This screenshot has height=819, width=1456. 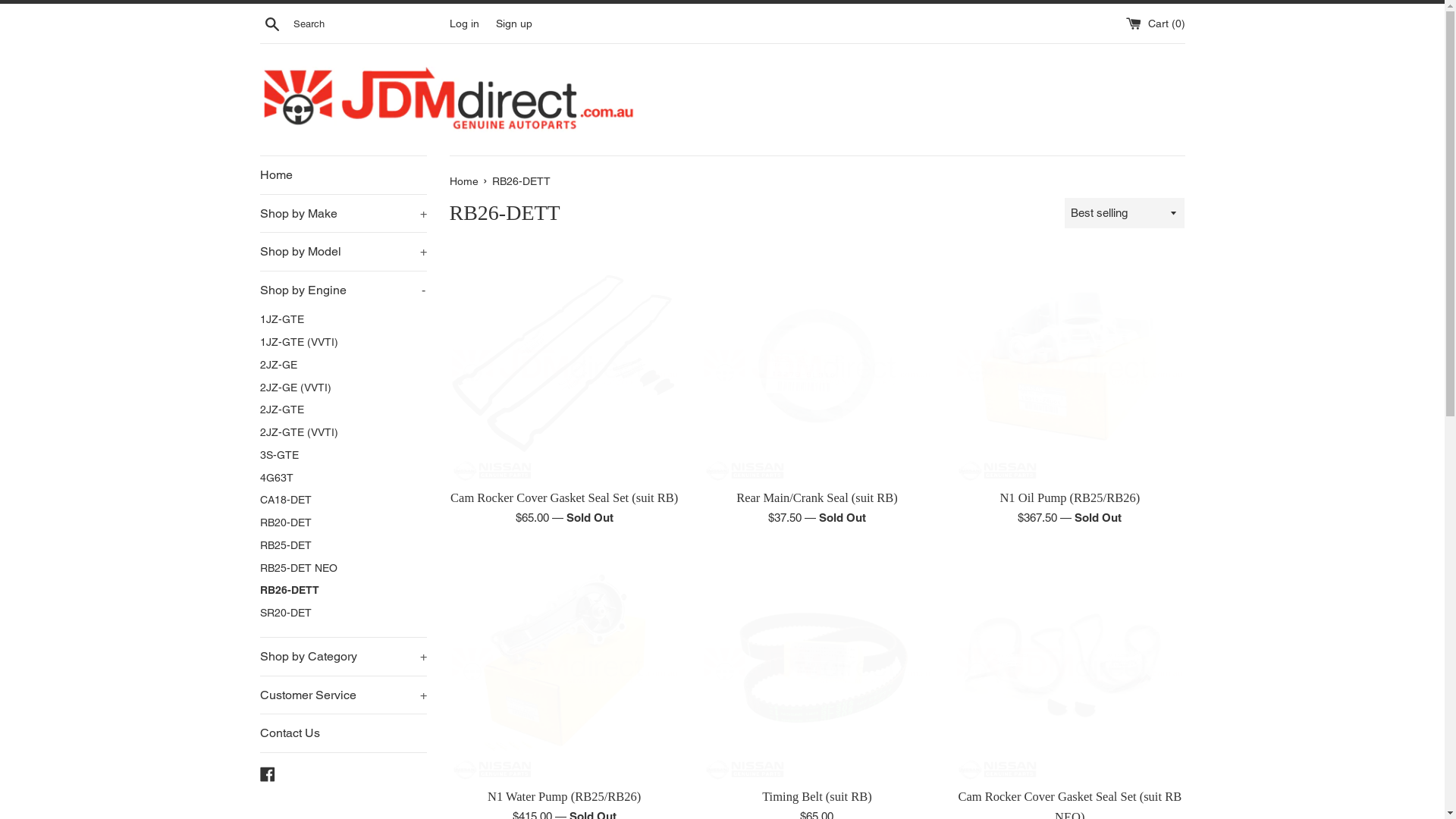 What do you see at coordinates (341, 695) in the screenshot?
I see `'Customer Service` at bounding box center [341, 695].